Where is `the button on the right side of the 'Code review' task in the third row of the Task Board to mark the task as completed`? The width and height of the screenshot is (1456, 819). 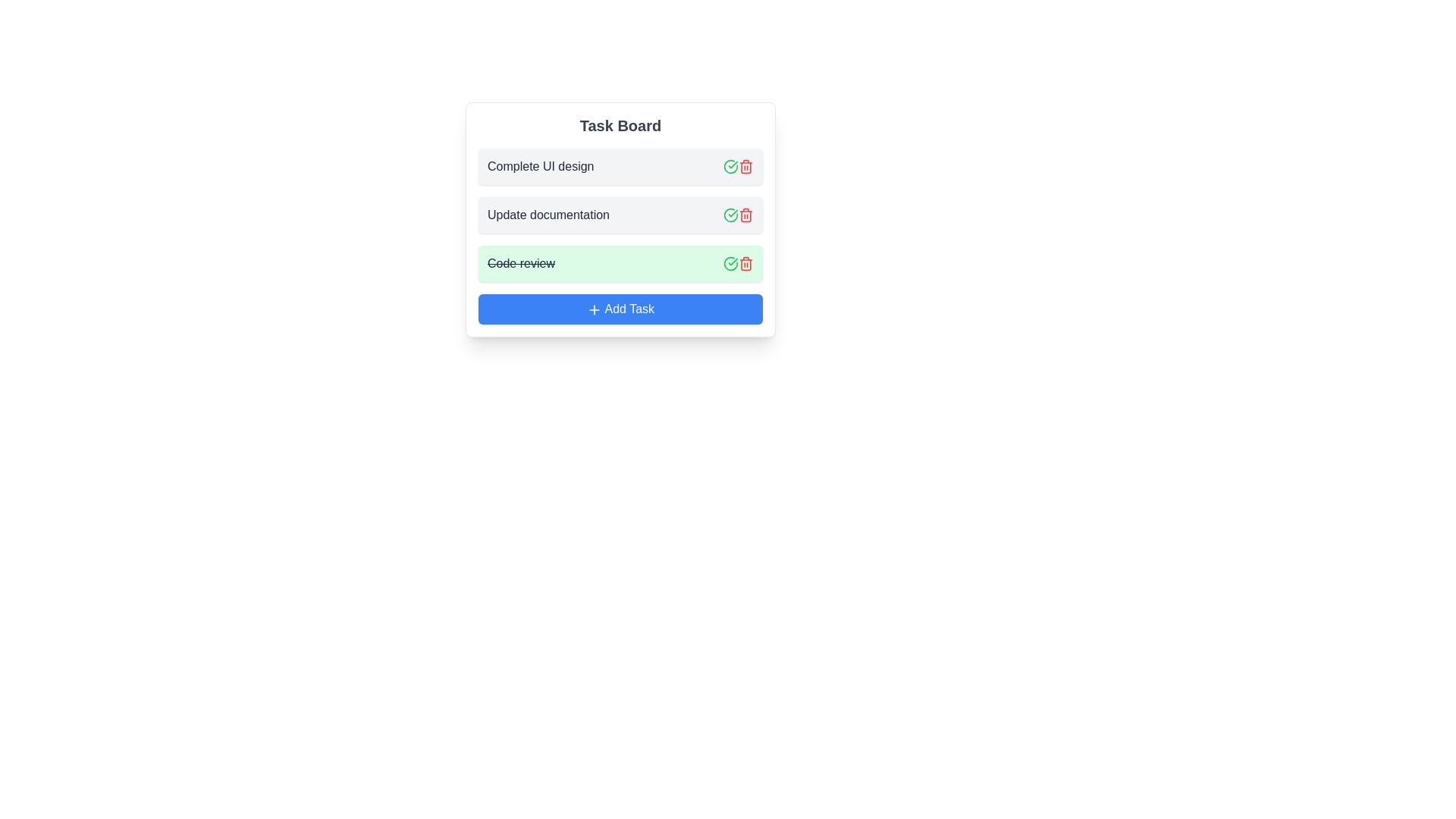 the button on the right side of the 'Code review' task in the third row of the Task Board to mark the task as completed is located at coordinates (731, 262).